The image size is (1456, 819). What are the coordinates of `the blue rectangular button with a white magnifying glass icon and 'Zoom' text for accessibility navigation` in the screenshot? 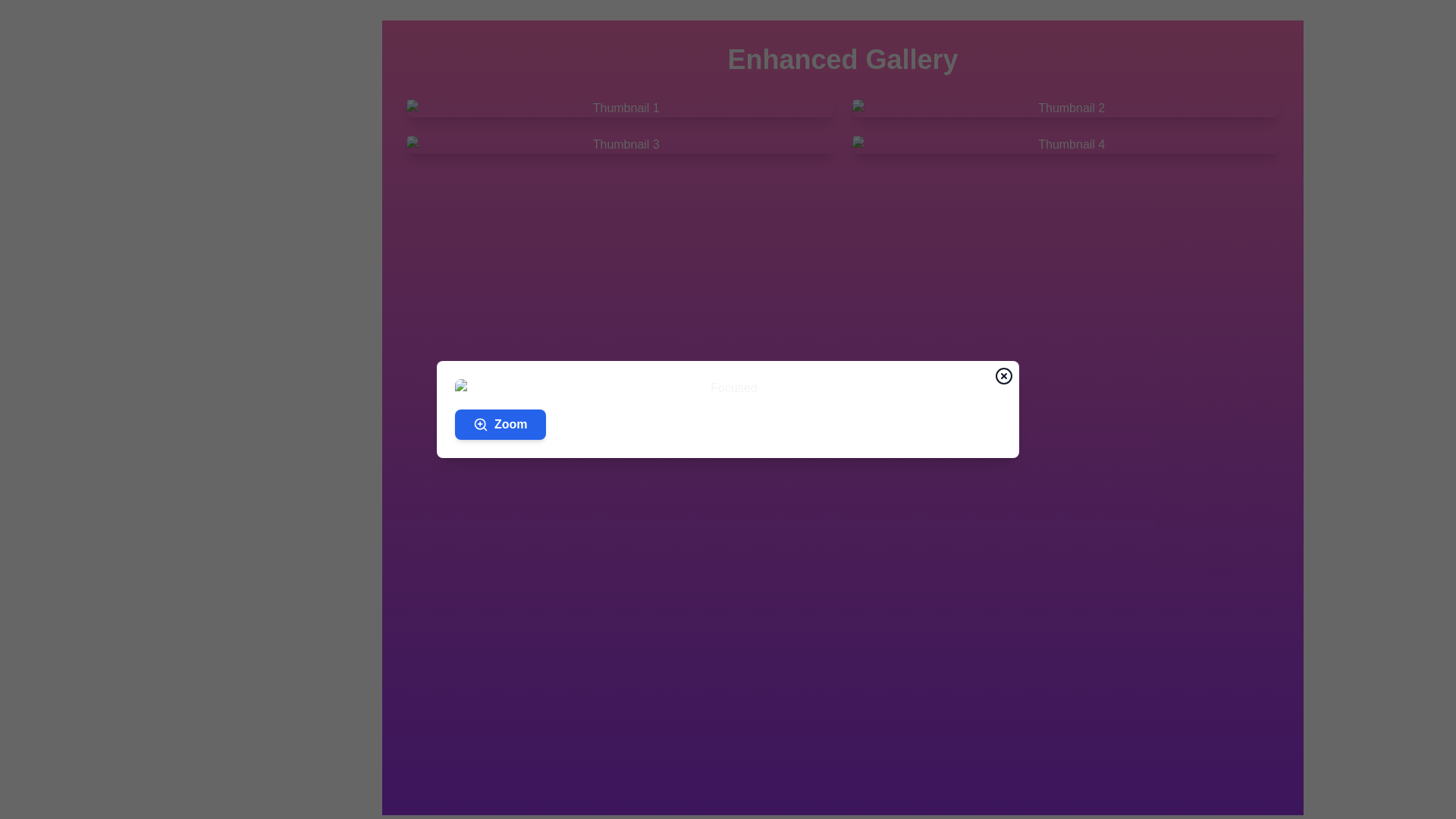 It's located at (500, 424).